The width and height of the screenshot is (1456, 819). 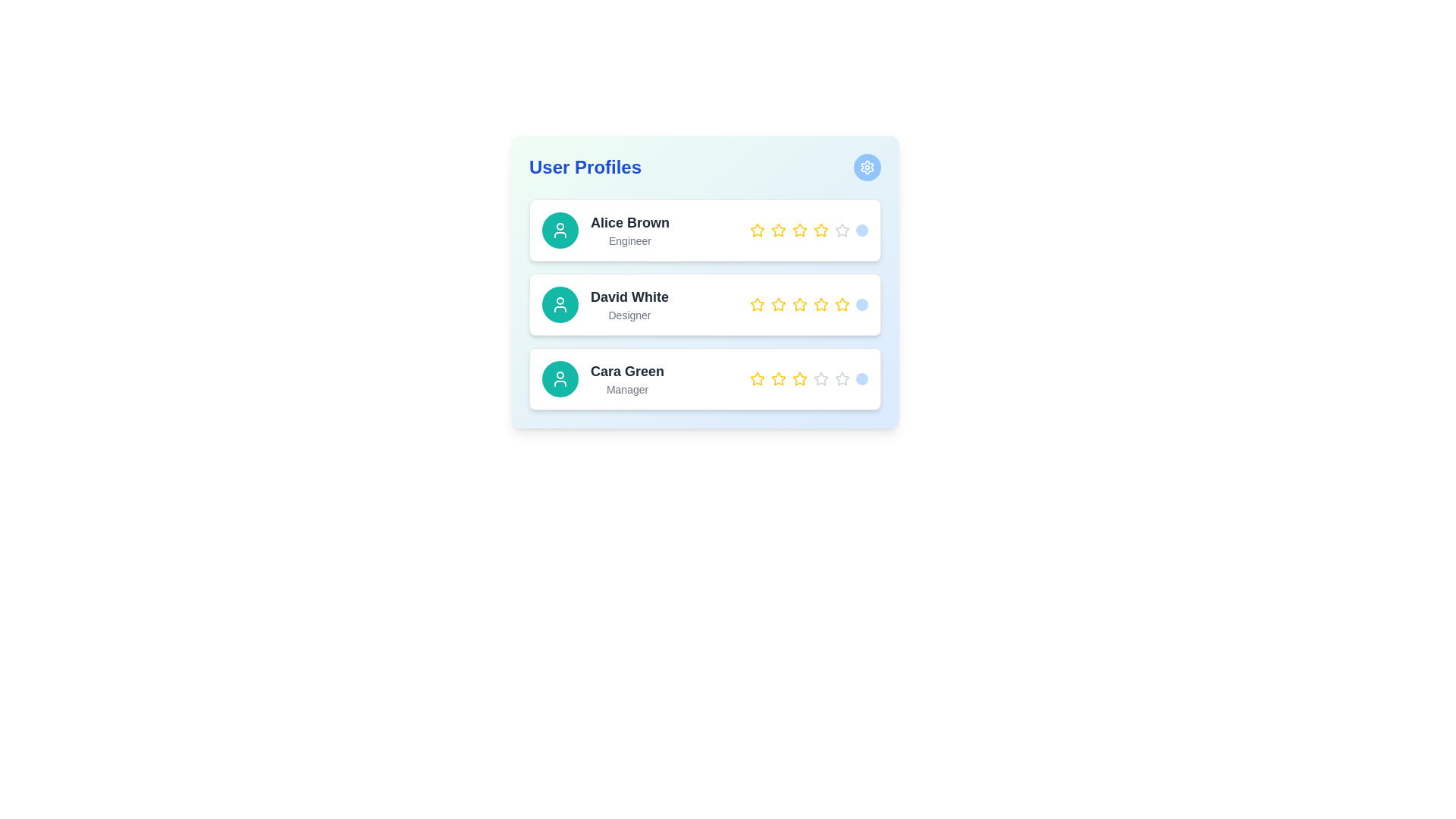 What do you see at coordinates (808, 231) in the screenshot?
I see `the filled star in the rating bar next to 'Alice Brown' in the 'User Profiles' list to give a rating, if interactivity is enabled` at bounding box center [808, 231].